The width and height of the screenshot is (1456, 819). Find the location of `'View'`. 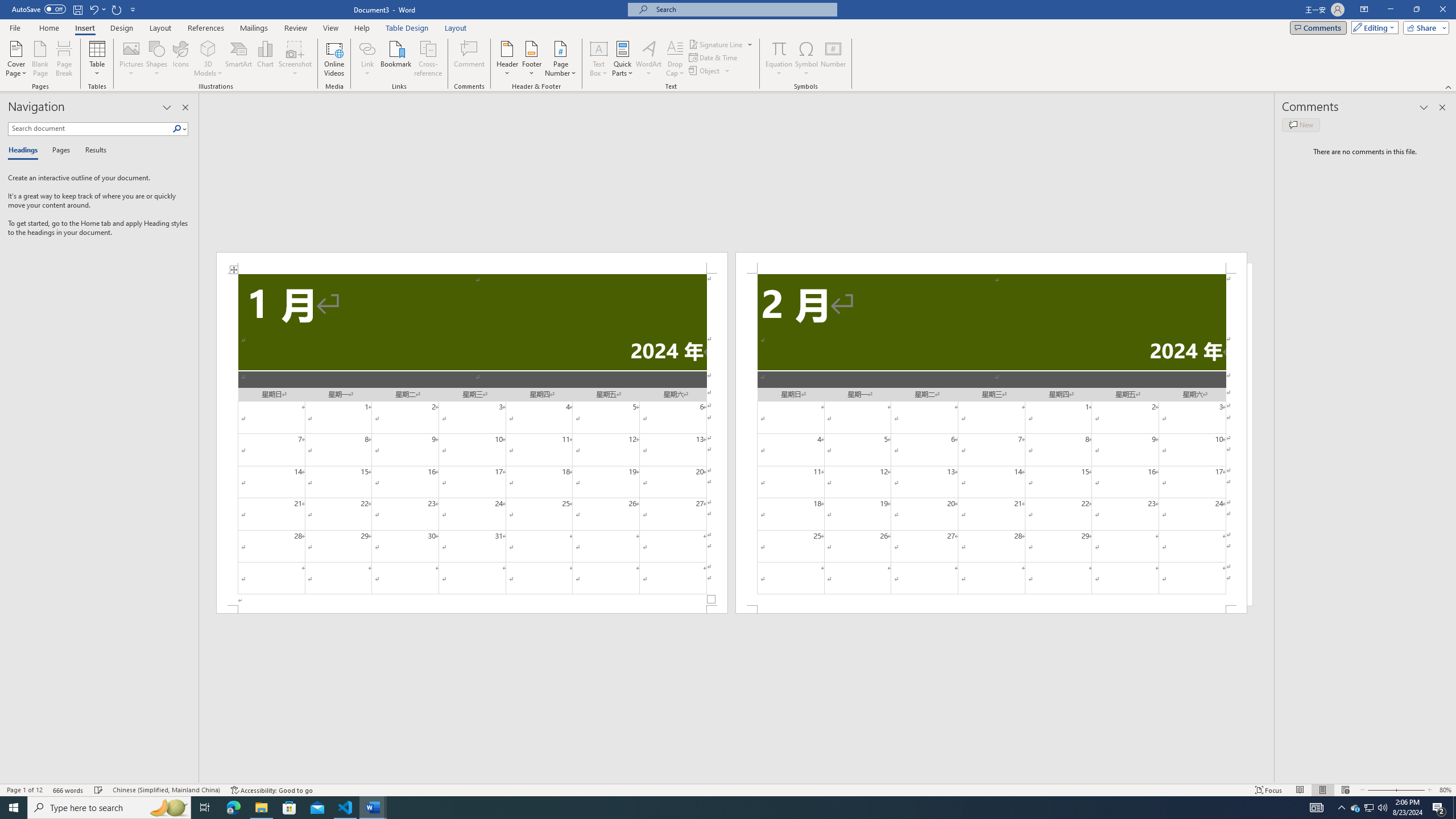

'View' is located at coordinates (331, 28).